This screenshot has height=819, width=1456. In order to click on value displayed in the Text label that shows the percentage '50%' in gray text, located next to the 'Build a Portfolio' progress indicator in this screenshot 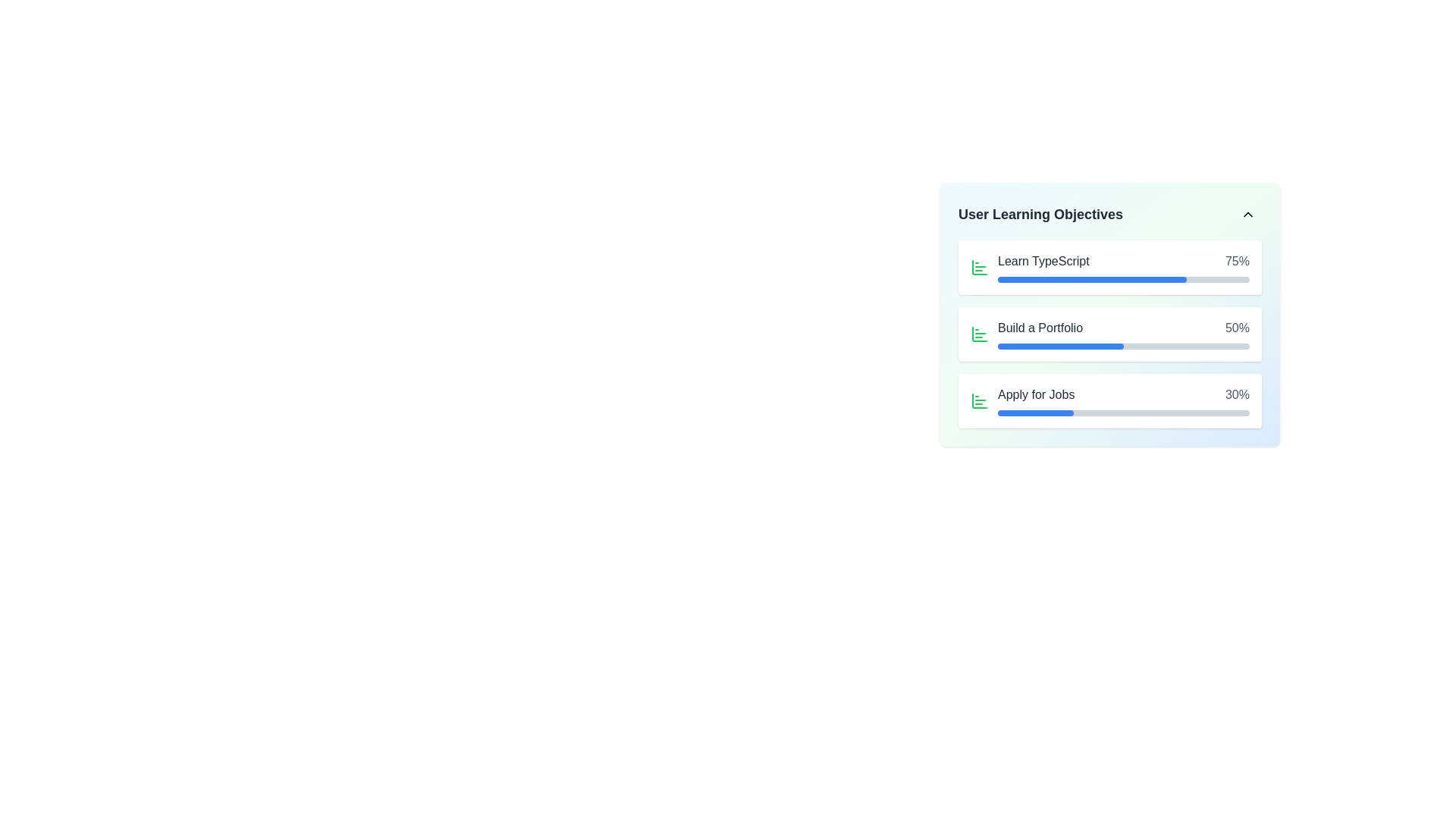, I will do `click(1238, 327)`.